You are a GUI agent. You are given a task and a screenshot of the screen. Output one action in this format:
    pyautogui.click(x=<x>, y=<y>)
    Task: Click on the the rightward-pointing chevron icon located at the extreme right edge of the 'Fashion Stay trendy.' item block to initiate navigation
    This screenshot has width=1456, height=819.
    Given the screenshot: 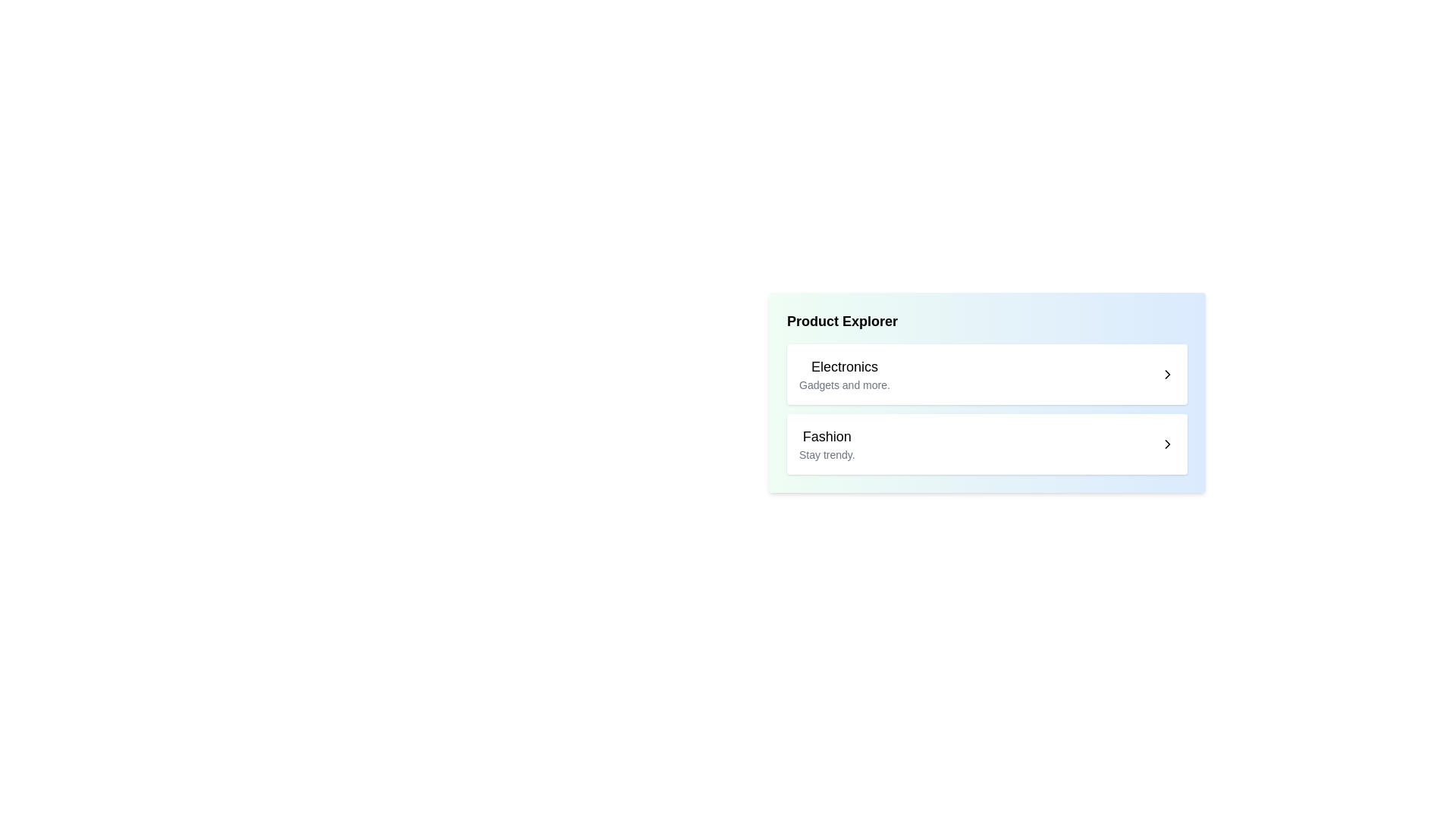 What is the action you would take?
    pyautogui.click(x=1167, y=444)
    